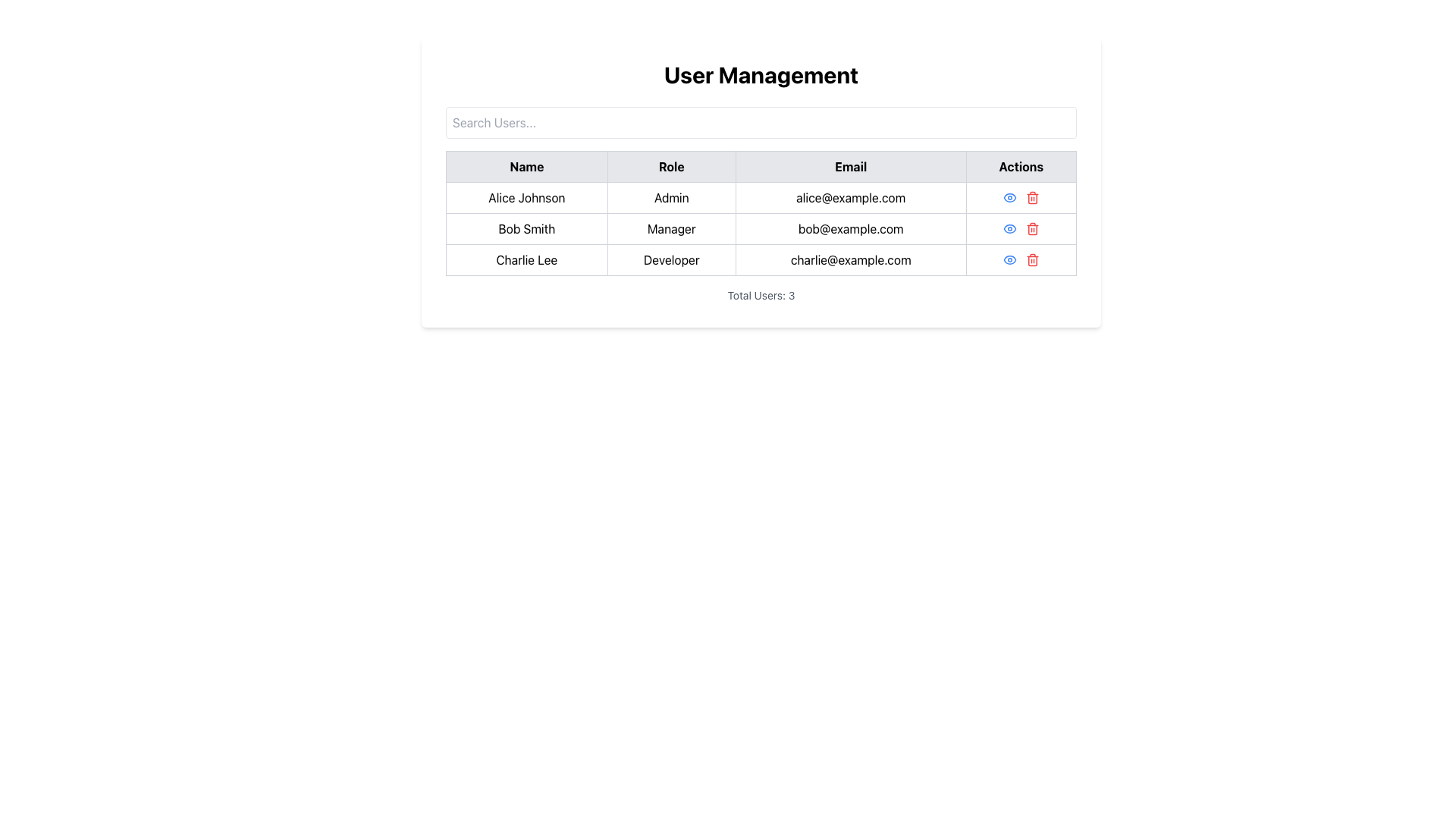 The height and width of the screenshot is (819, 1456). What do you see at coordinates (761, 75) in the screenshot?
I see `the 'User Management' header element, which is located at the top center of the panel above the search bar and data table` at bounding box center [761, 75].